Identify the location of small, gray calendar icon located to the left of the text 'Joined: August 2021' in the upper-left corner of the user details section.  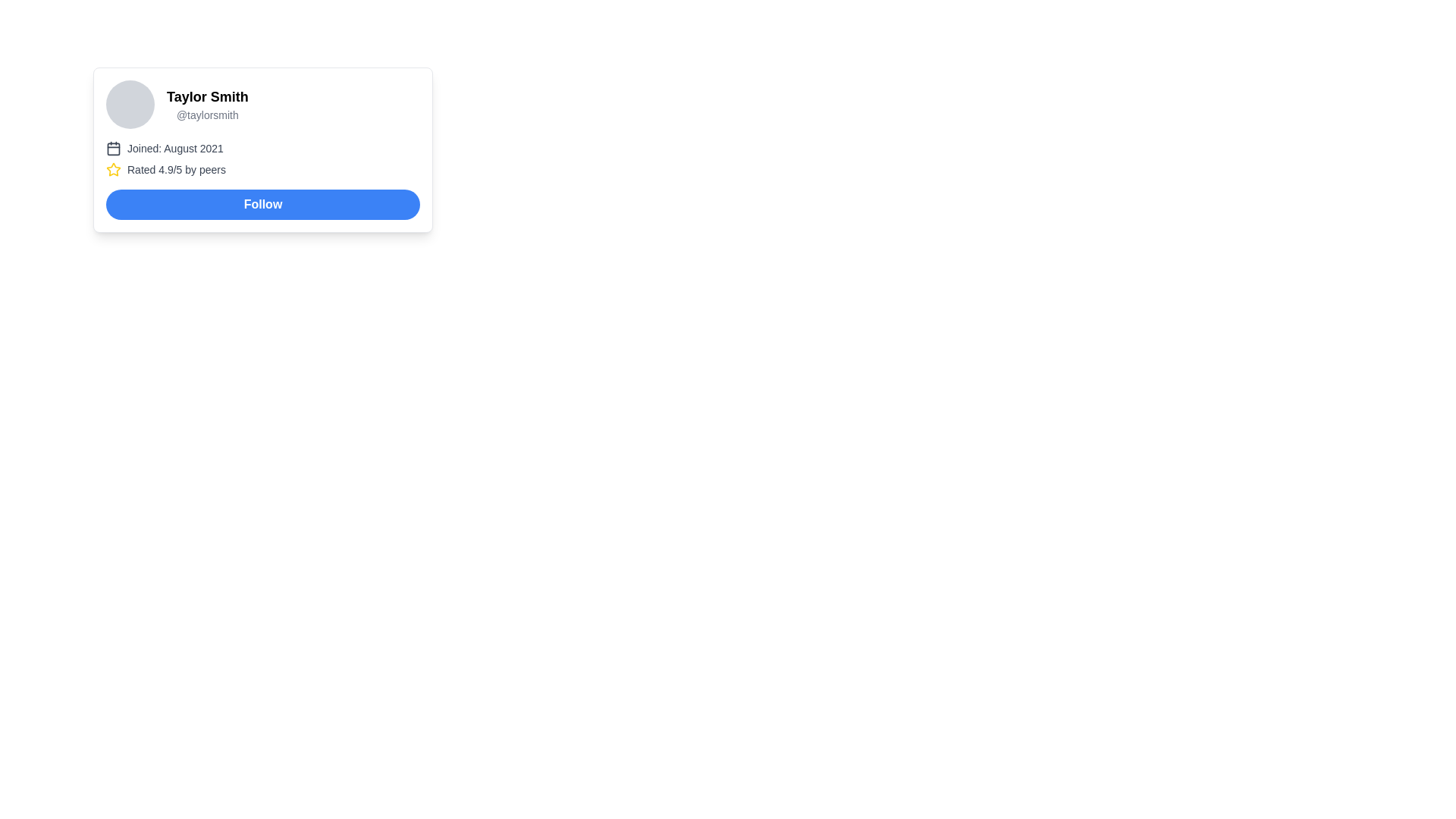
(112, 149).